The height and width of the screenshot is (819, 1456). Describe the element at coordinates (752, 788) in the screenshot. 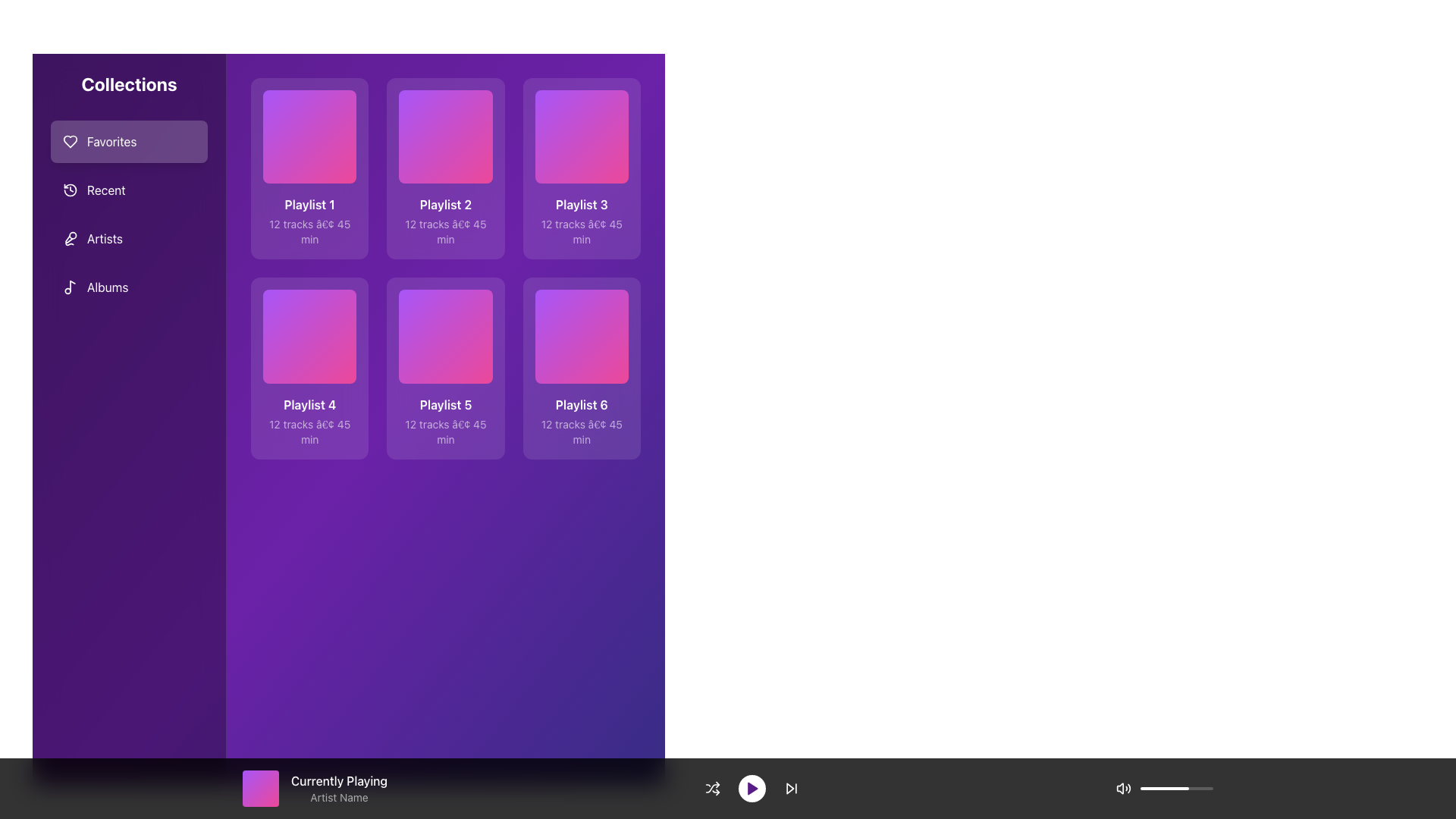

I see `the main play or pause button for controlling audio or video playback, located at the center among three buttons in the bottom-right corner of the interface` at that location.